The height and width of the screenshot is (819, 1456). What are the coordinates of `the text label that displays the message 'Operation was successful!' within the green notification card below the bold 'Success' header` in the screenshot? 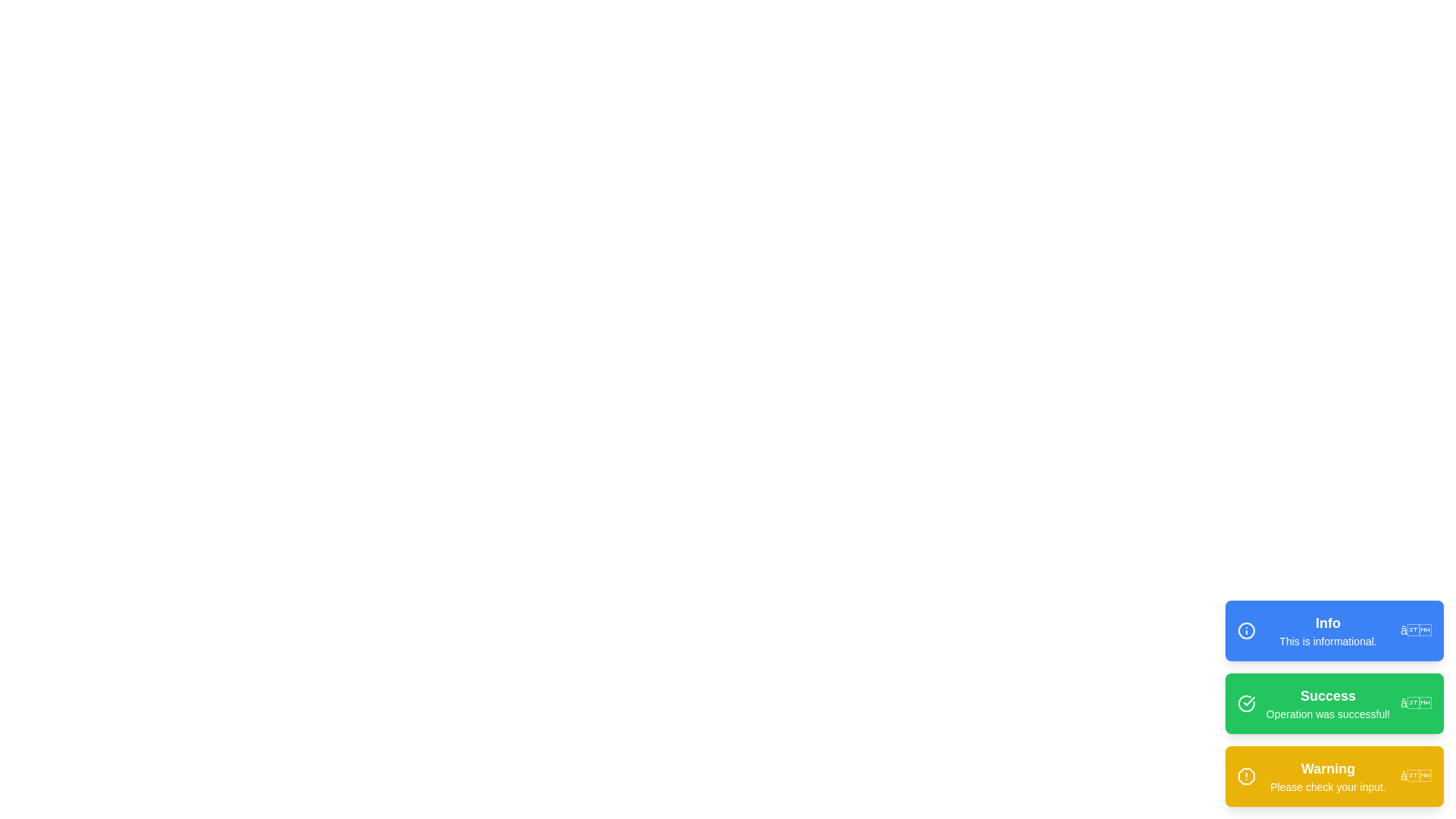 It's located at (1327, 714).